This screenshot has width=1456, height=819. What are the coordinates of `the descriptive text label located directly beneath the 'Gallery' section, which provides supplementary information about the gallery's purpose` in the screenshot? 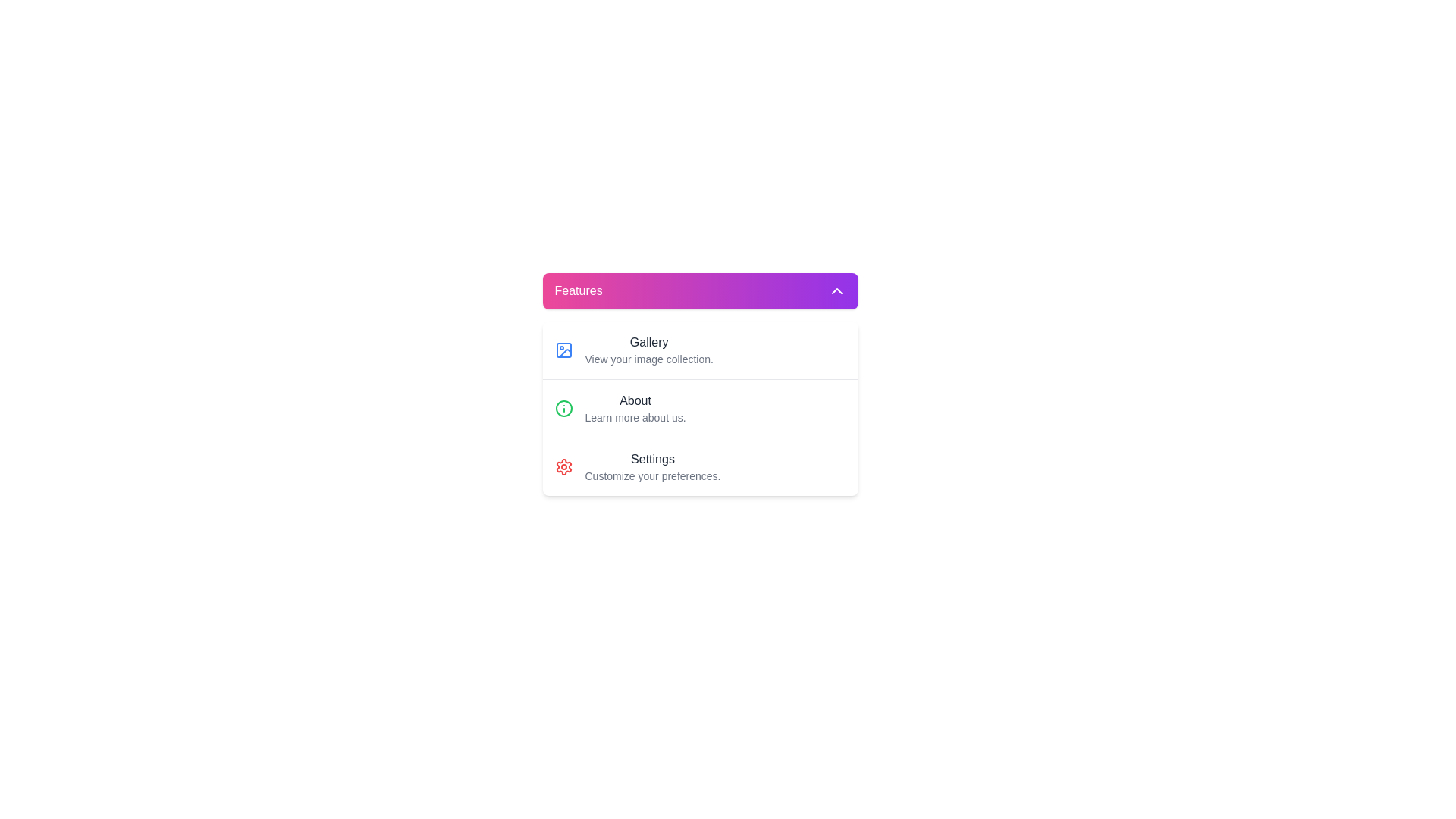 It's located at (649, 359).